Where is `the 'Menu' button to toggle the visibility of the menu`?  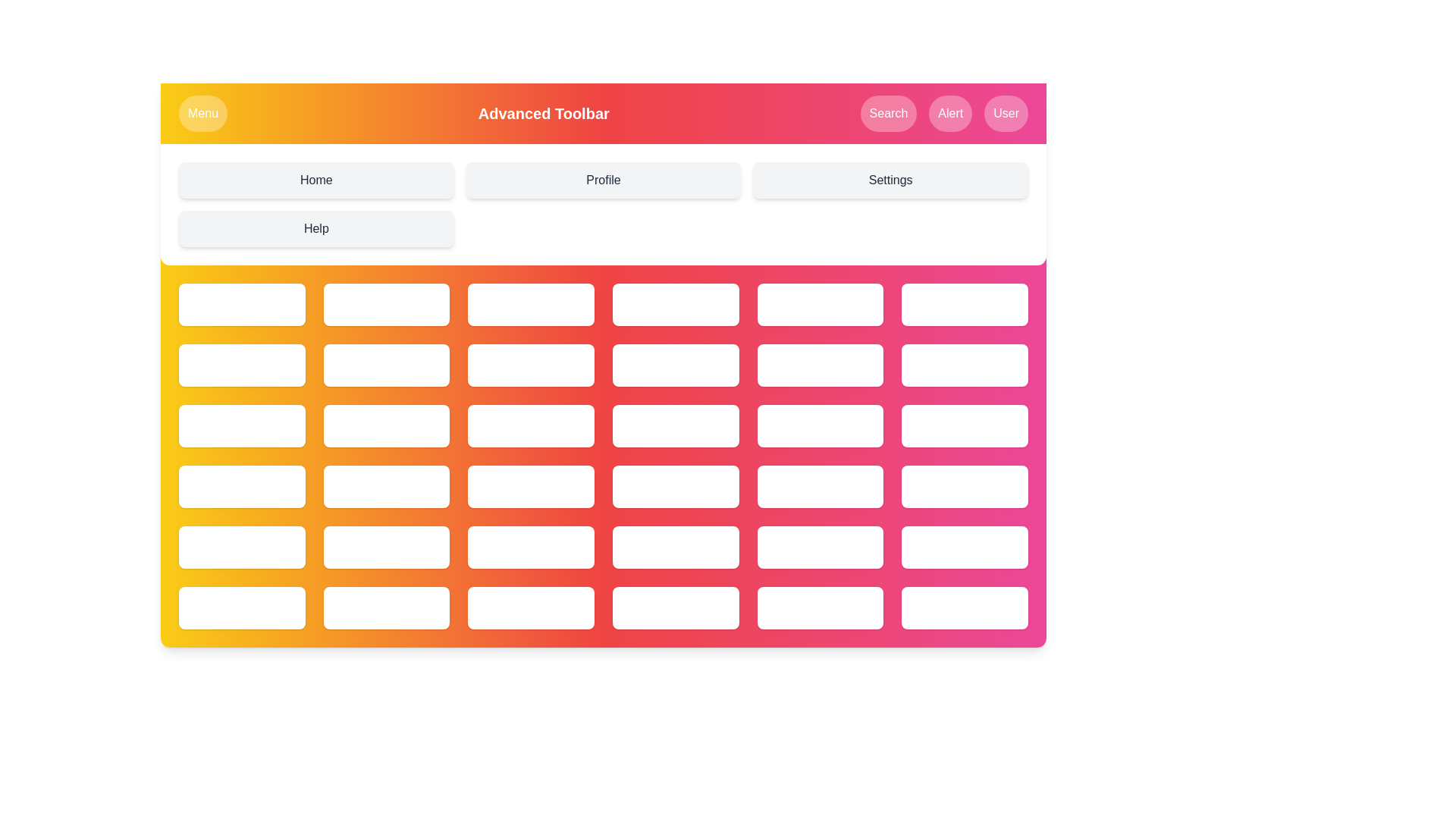 the 'Menu' button to toggle the visibility of the menu is located at coordinates (202, 113).